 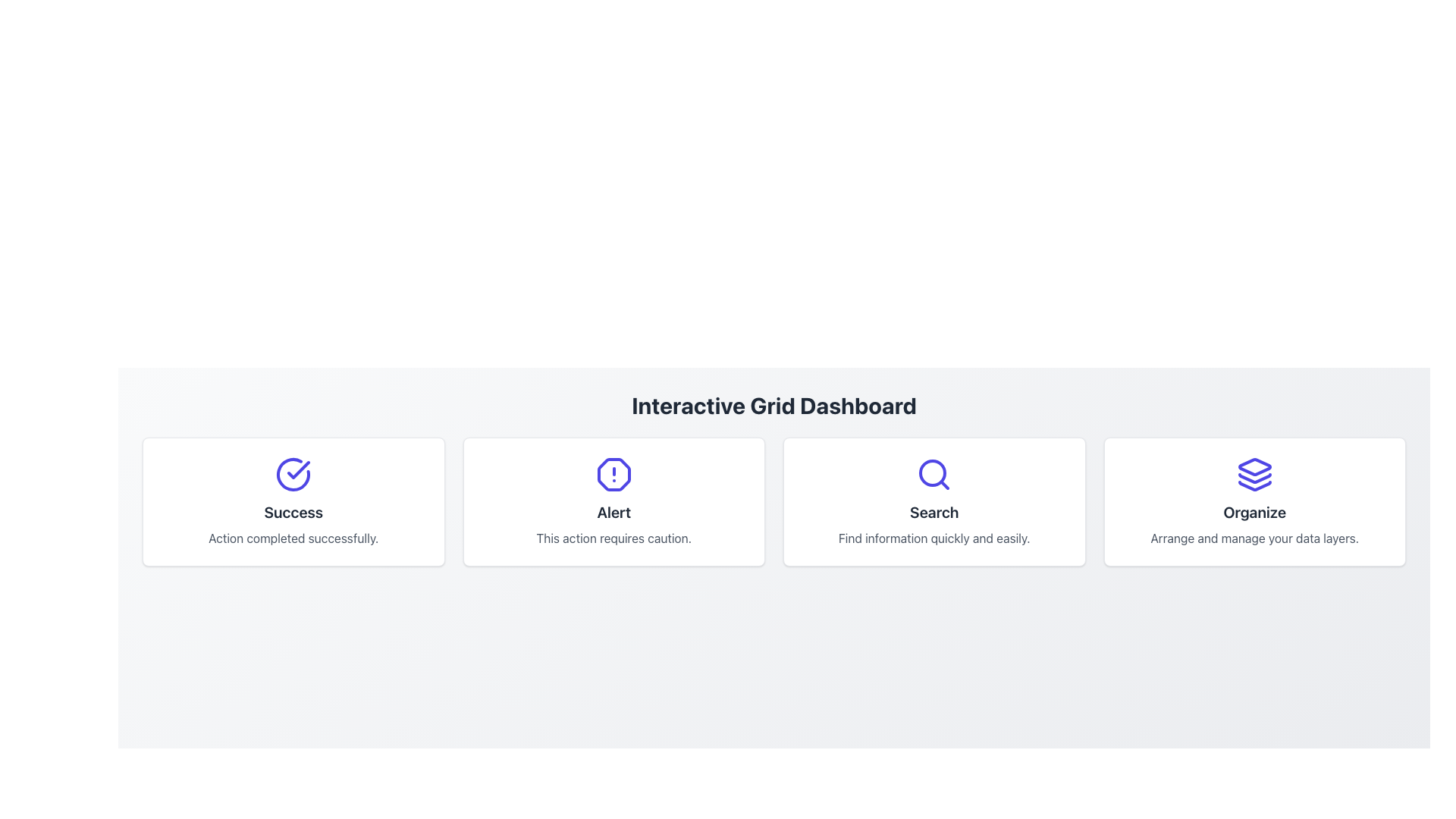 I want to click on middle layer of the three-layer stack icon, which is centered above the 'Organize' label and is depicted as a stylized horizontal line segment with tapering ends, so click(x=1254, y=479).